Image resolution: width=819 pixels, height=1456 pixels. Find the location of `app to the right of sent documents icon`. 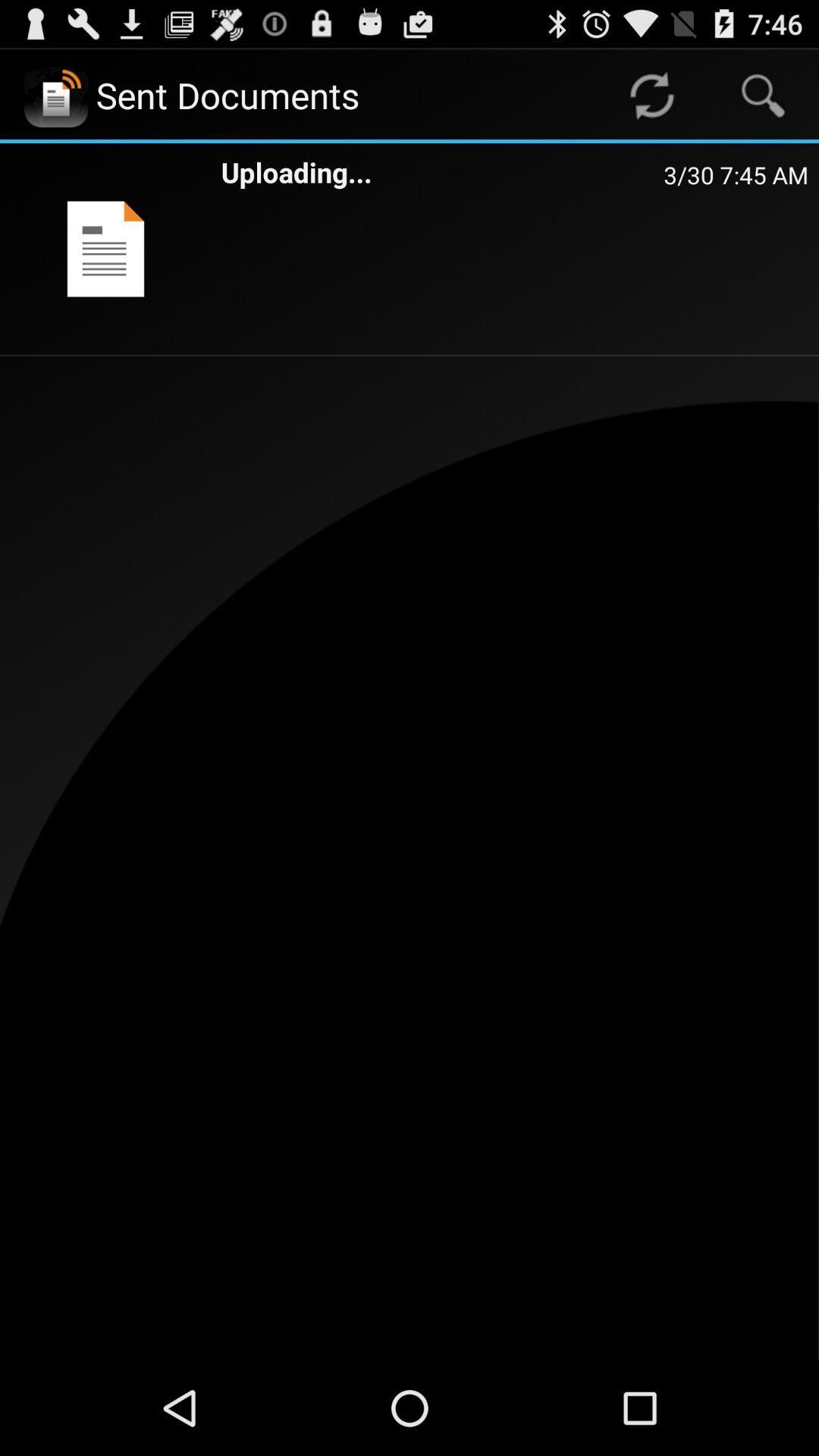

app to the right of sent documents icon is located at coordinates (651, 94).